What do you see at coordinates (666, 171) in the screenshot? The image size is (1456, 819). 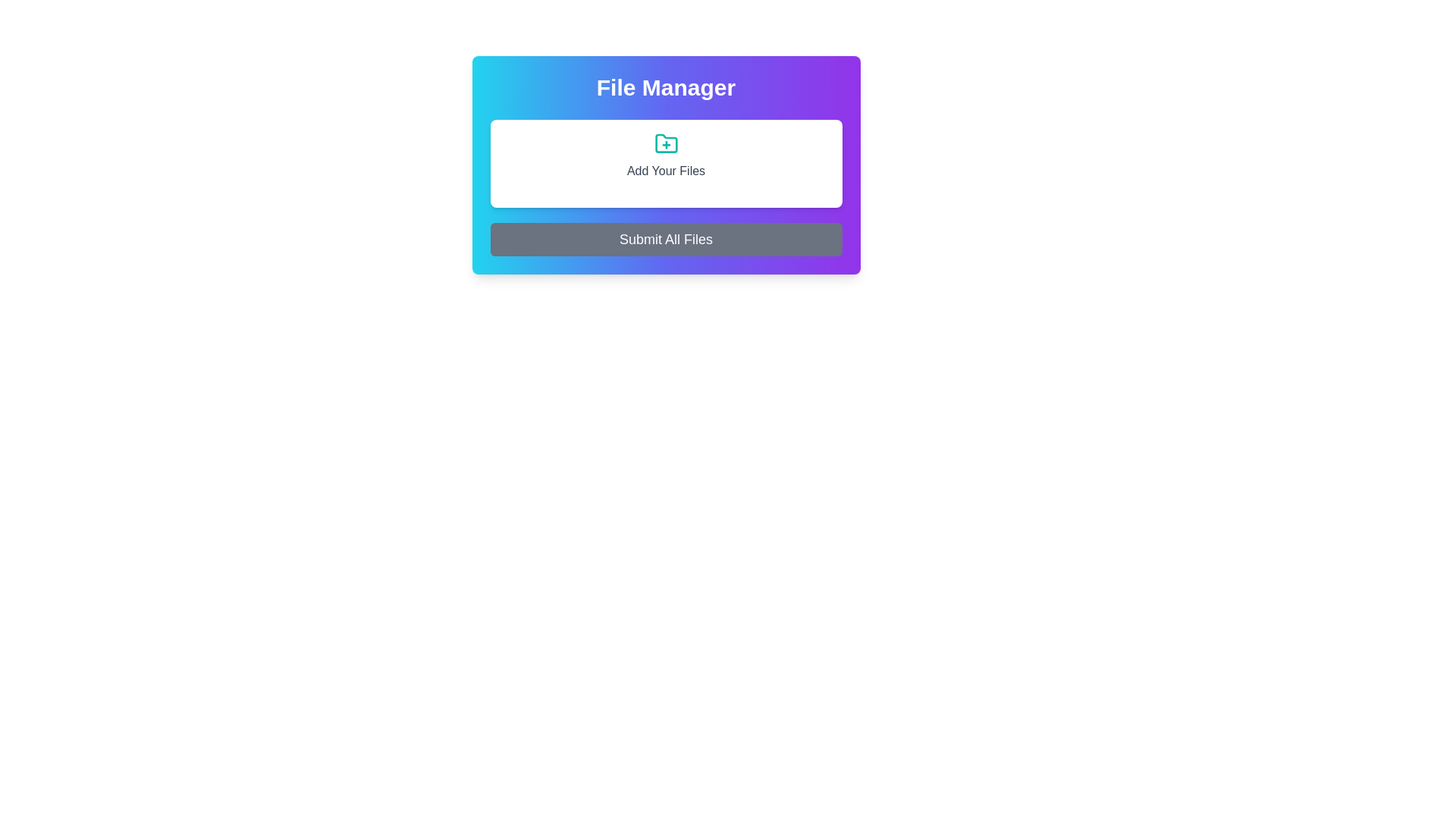 I see `the text label displaying 'Add Your Files', which is positioned below the folder icon in the File Manager card interface` at bounding box center [666, 171].